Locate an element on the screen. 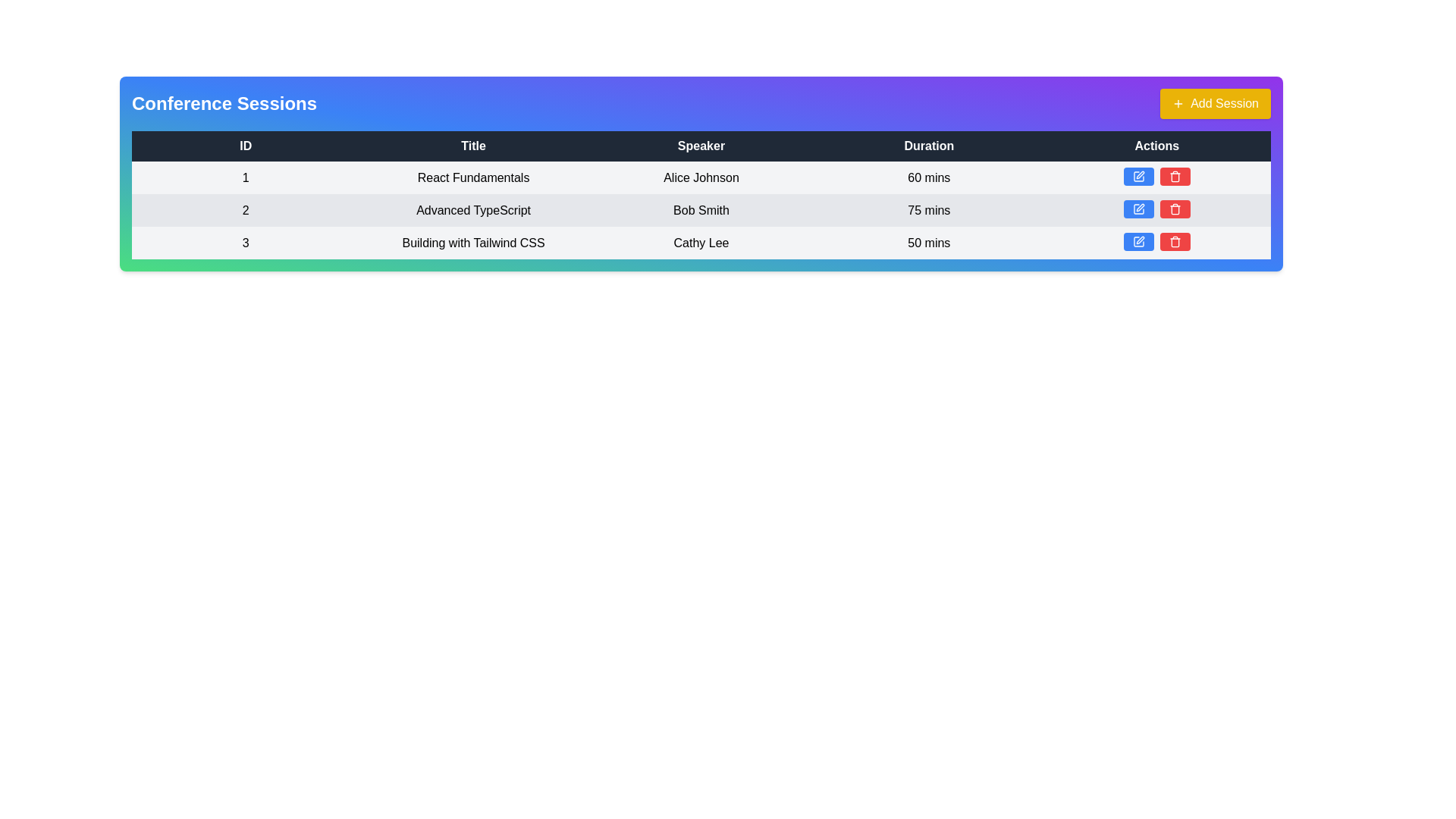  the text label displaying 'Conference Sessions' which is bold and large, set against a gradient background of blue and purple is located at coordinates (224, 103).